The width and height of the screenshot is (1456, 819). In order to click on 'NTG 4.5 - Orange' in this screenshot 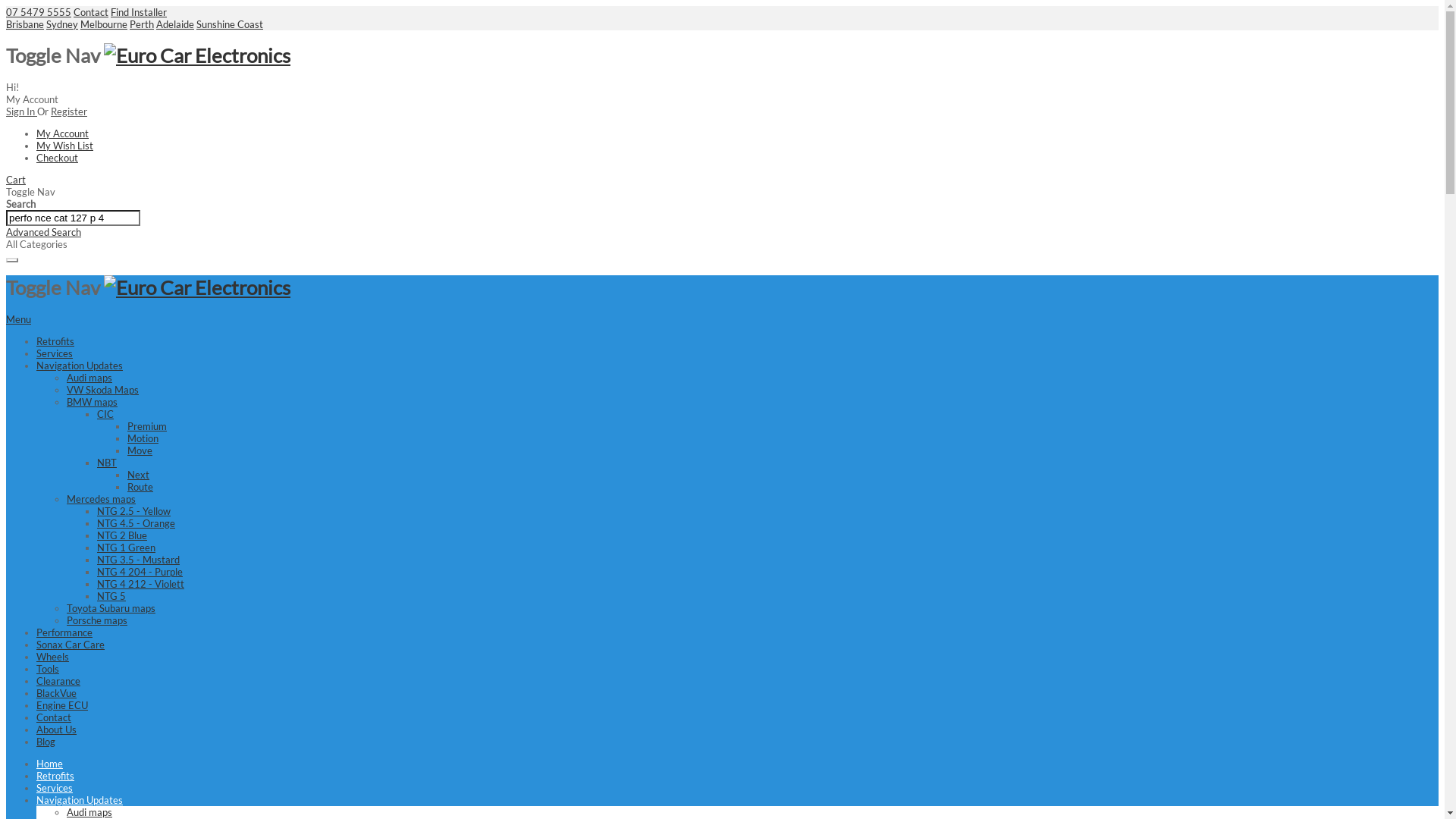, I will do `click(136, 522)`.